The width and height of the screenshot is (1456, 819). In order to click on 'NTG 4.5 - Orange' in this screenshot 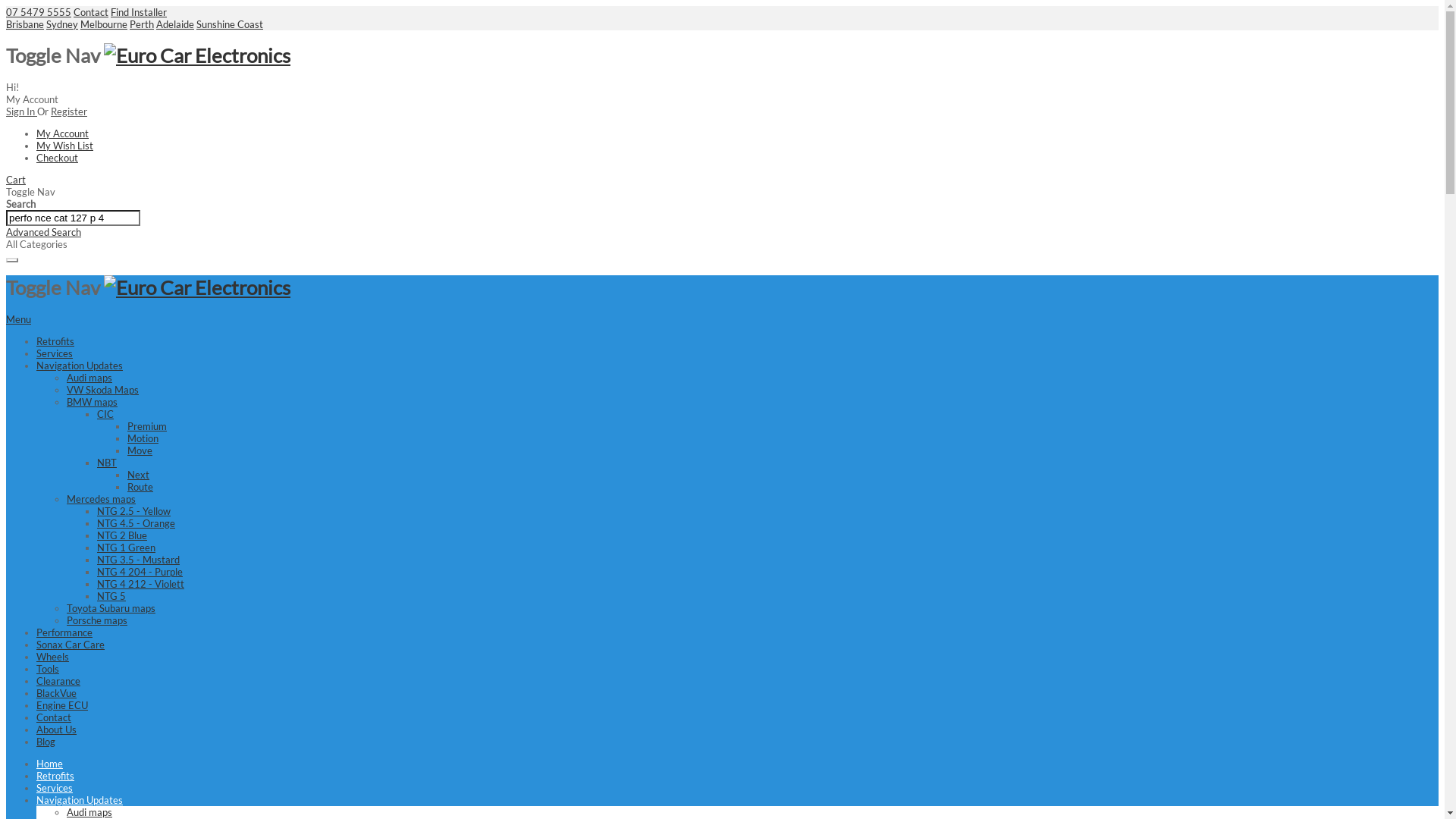, I will do `click(136, 522)`.